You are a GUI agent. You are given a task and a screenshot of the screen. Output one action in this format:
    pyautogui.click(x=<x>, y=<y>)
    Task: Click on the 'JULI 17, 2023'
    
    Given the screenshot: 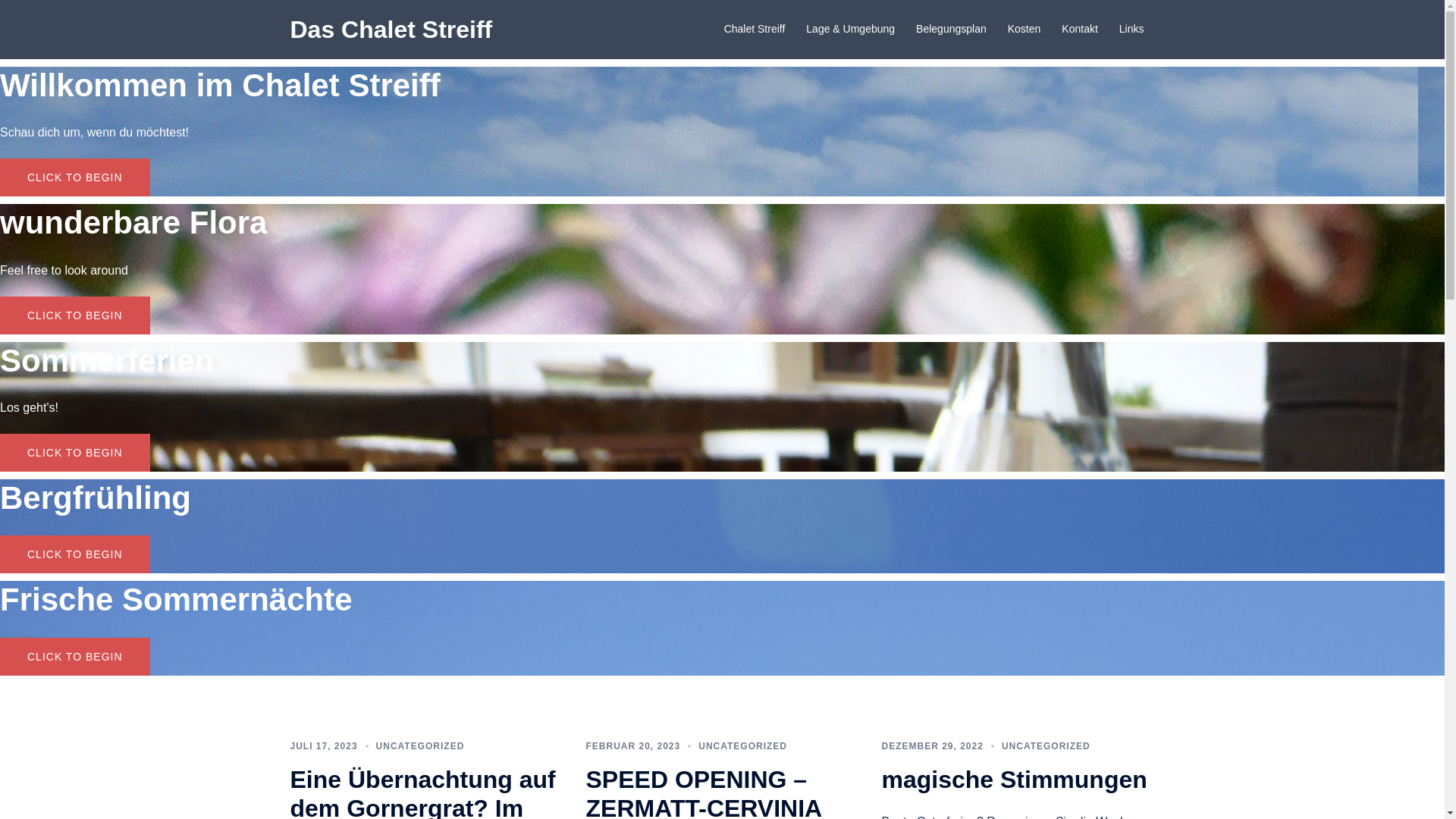 What is the action you would take?
    pyautogui.click(x=322, y=745)
    